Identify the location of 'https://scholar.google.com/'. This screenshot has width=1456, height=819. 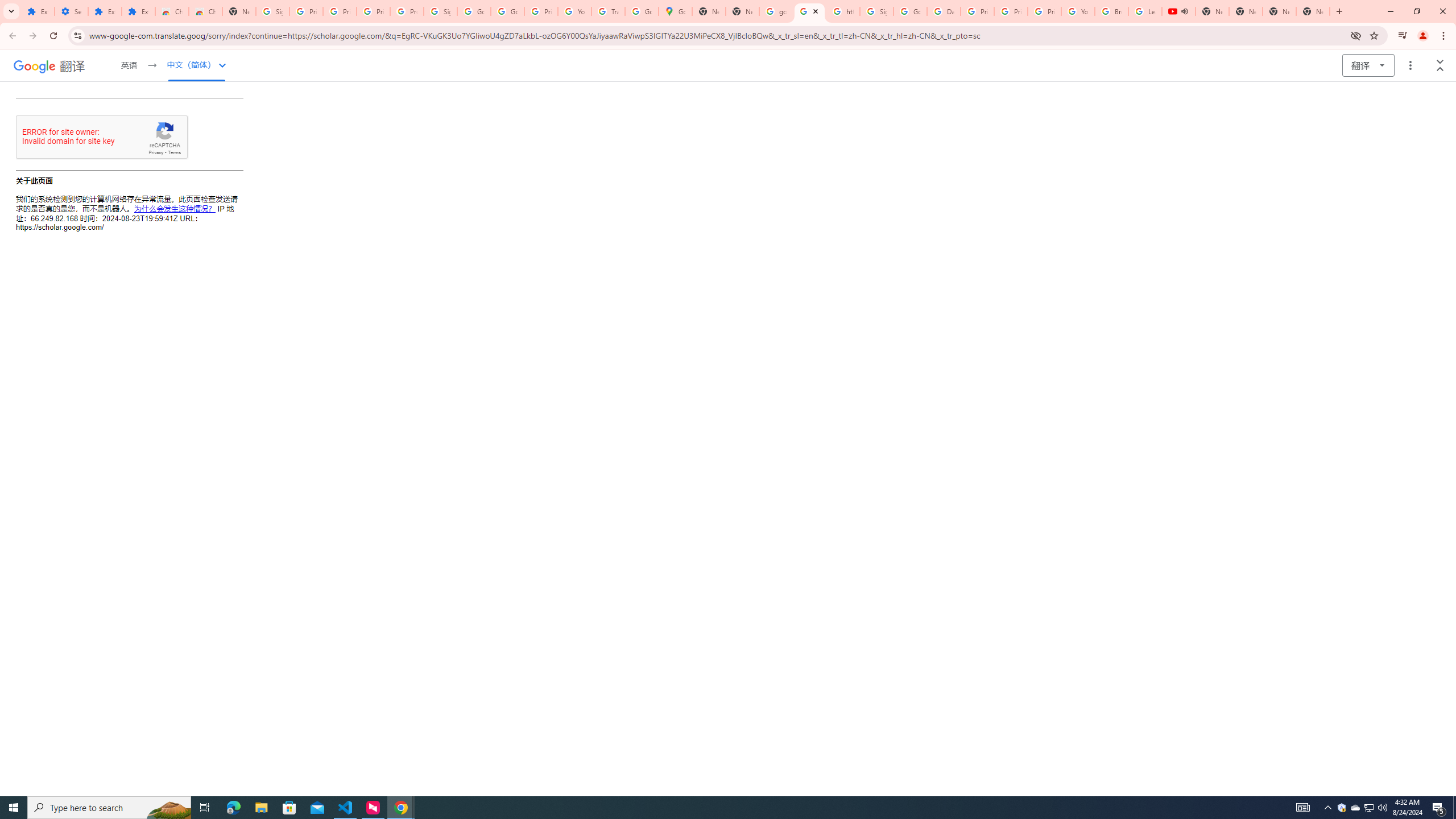
(809, 11).